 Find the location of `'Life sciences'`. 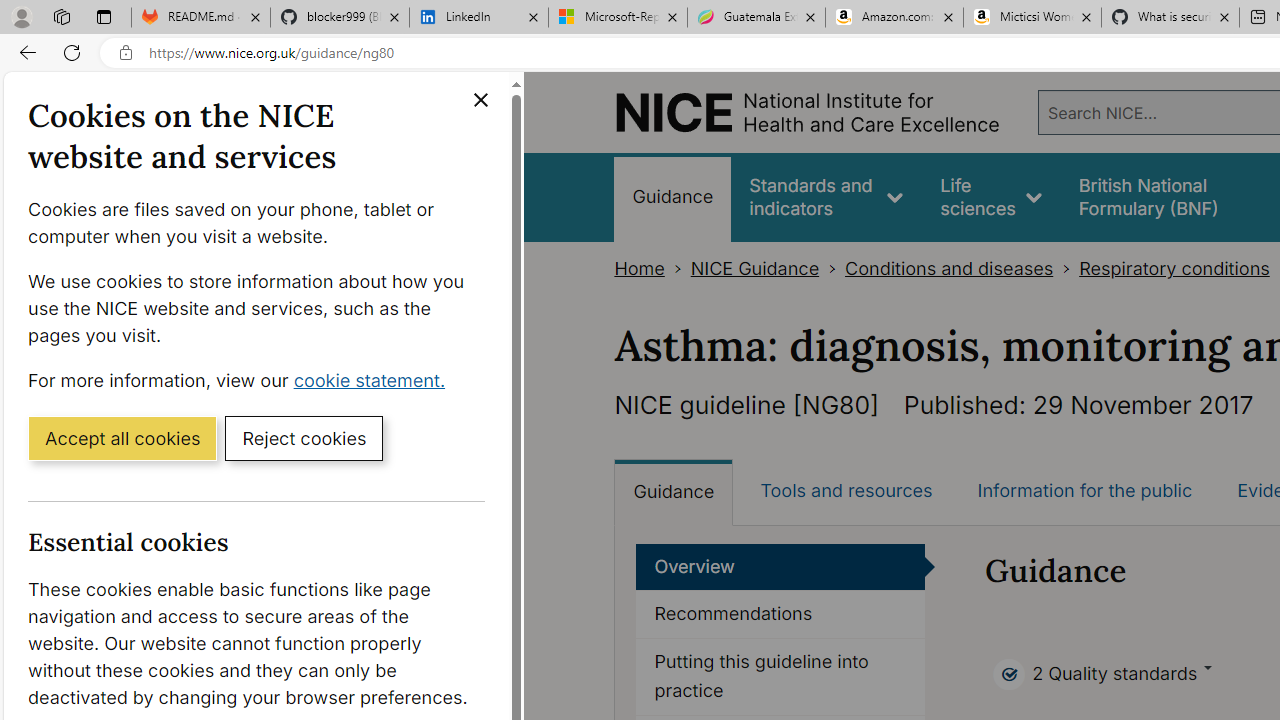

'Life sciences' is located at coordinates (991, 197).